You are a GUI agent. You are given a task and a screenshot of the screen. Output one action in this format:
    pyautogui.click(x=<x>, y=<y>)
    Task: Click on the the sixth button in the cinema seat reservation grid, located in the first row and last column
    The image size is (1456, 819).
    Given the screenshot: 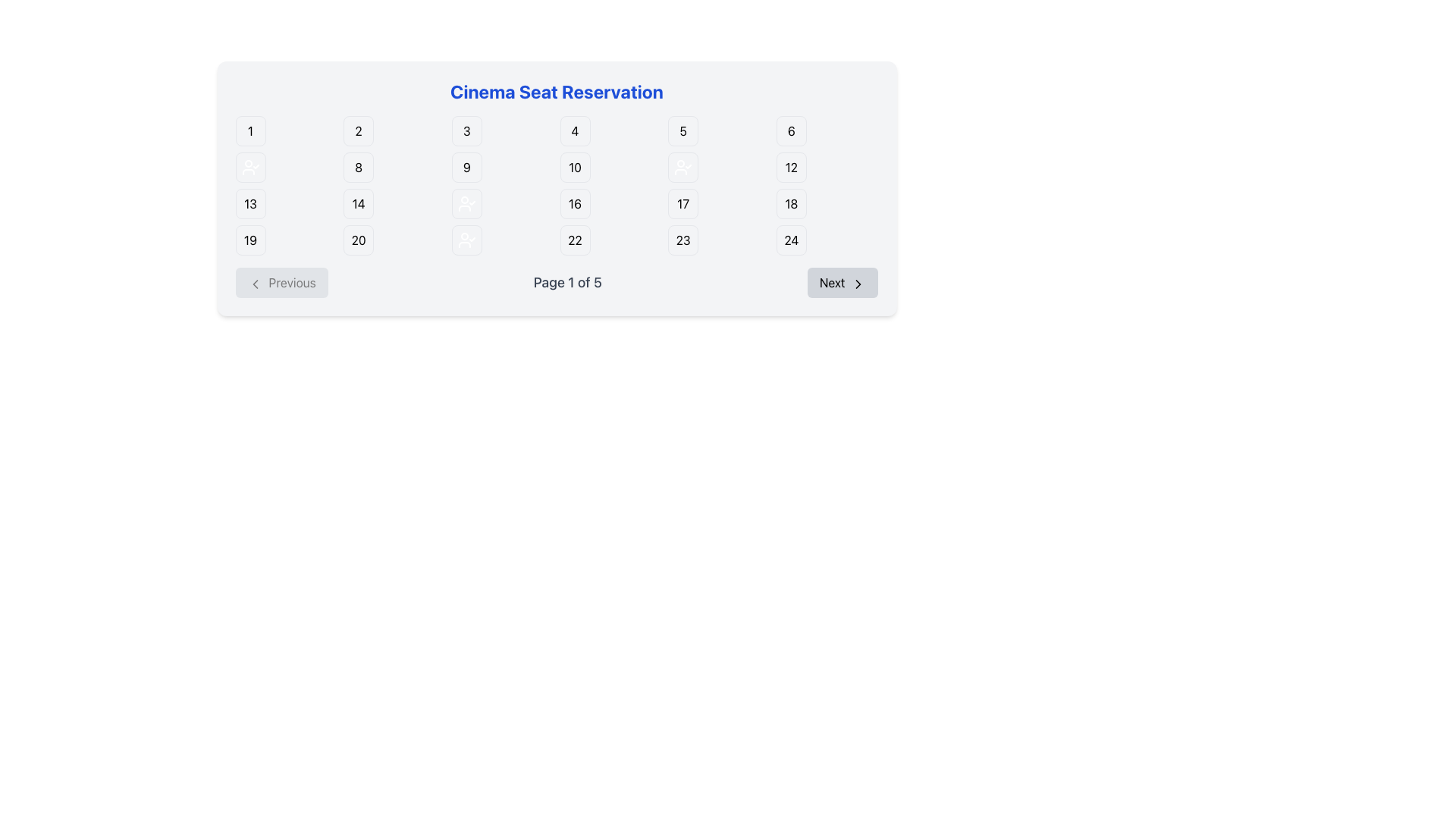 What is the action you would take?
    pyautogui.click(x=790, y=130)
    